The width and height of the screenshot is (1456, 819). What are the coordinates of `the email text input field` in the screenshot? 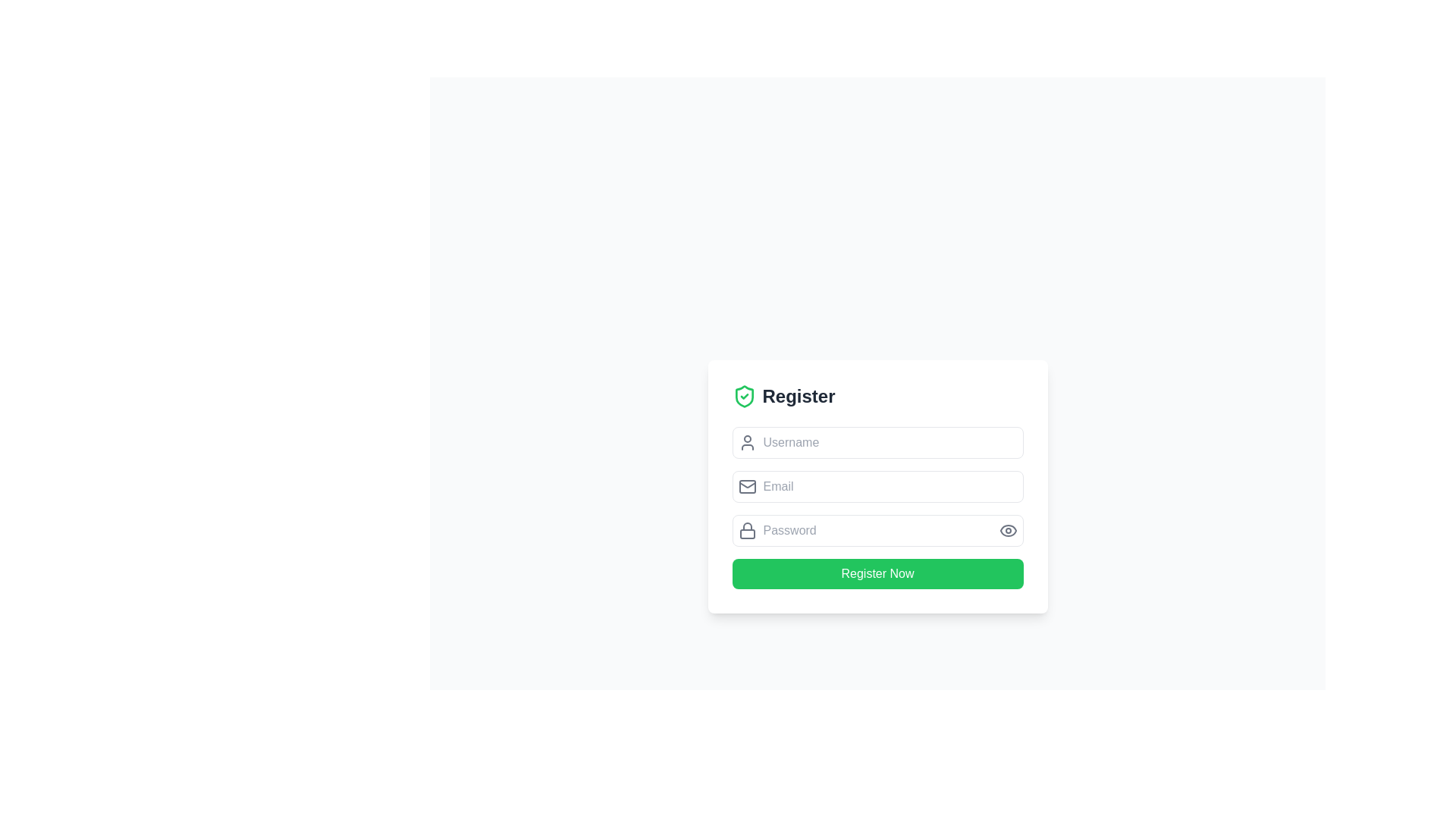 It's located at (877, 486).